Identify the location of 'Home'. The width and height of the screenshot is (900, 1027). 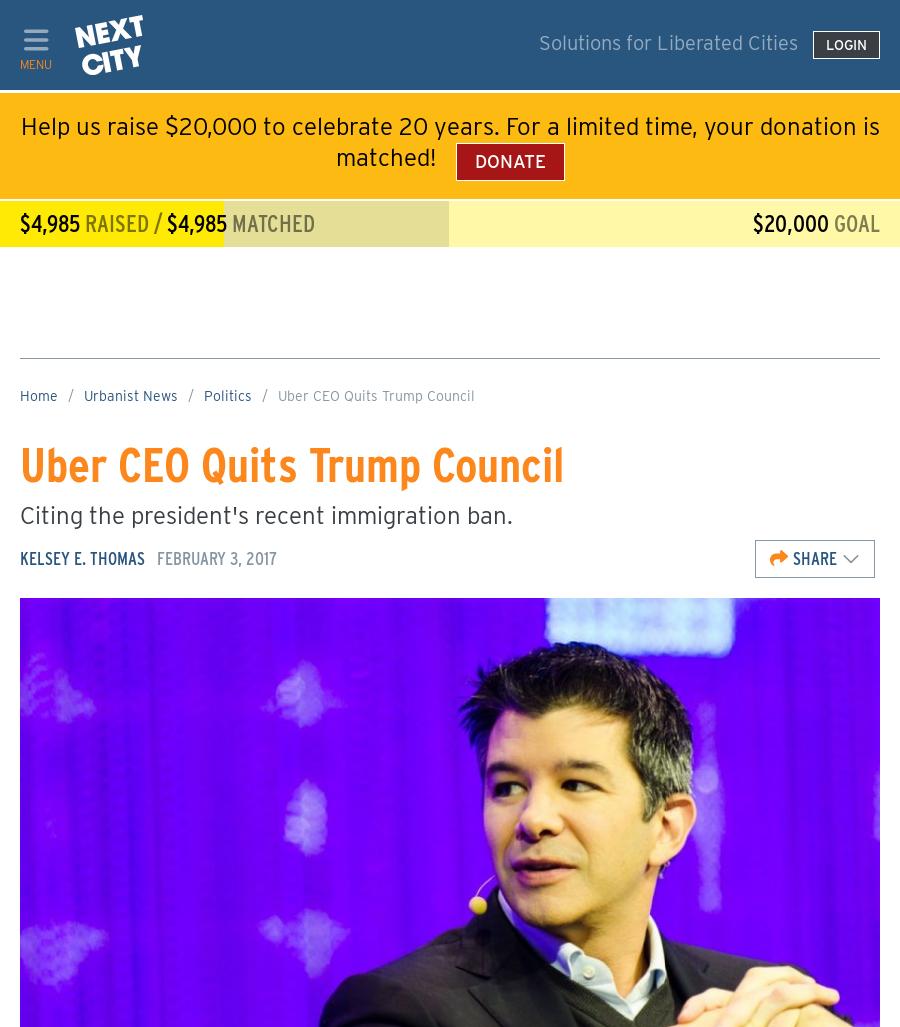
(37, 396).